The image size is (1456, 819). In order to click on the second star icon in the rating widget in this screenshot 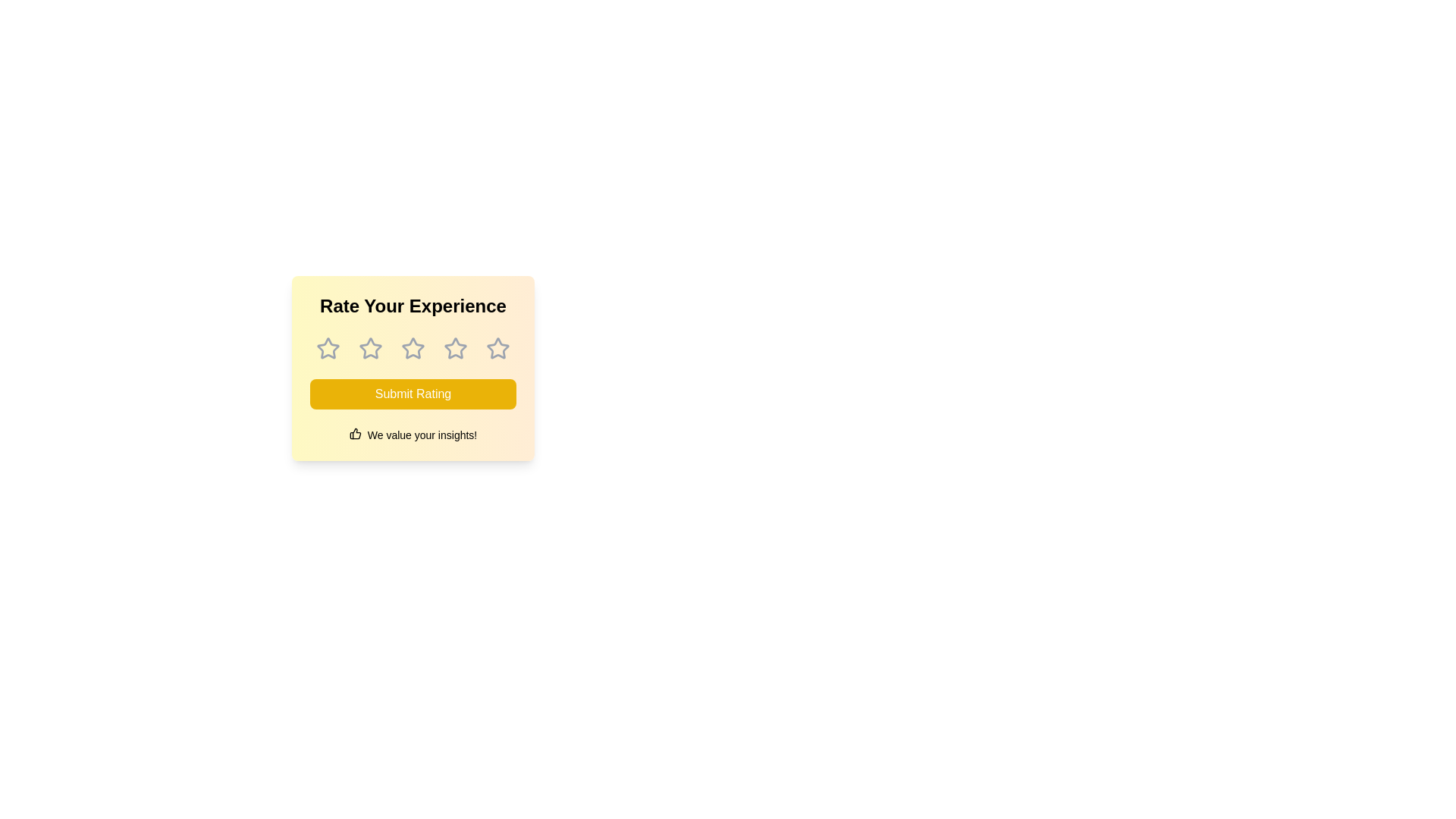, I will do `click(371, 348)`.